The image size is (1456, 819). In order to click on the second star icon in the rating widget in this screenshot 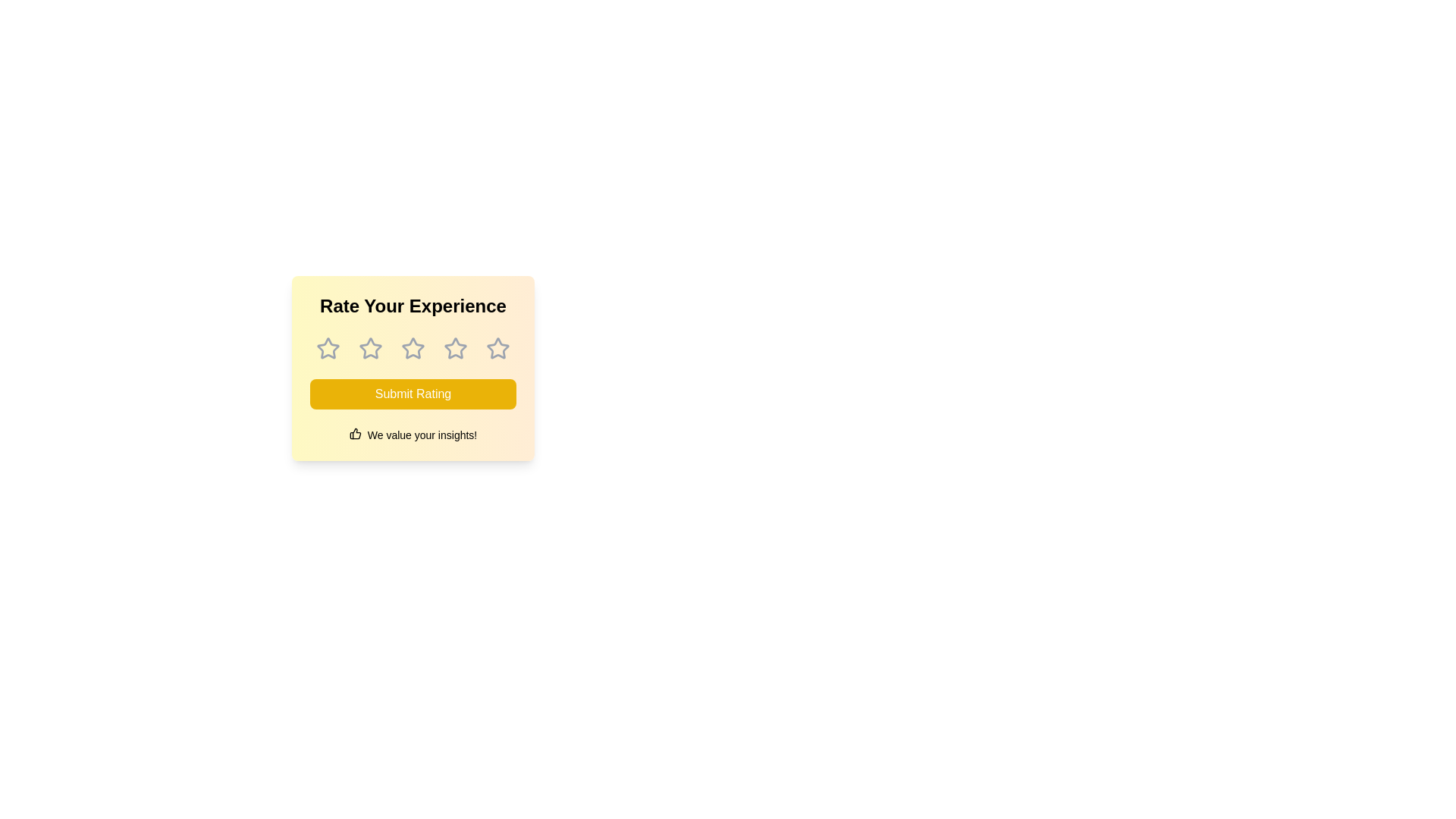, I will do `click(371, 348)`.